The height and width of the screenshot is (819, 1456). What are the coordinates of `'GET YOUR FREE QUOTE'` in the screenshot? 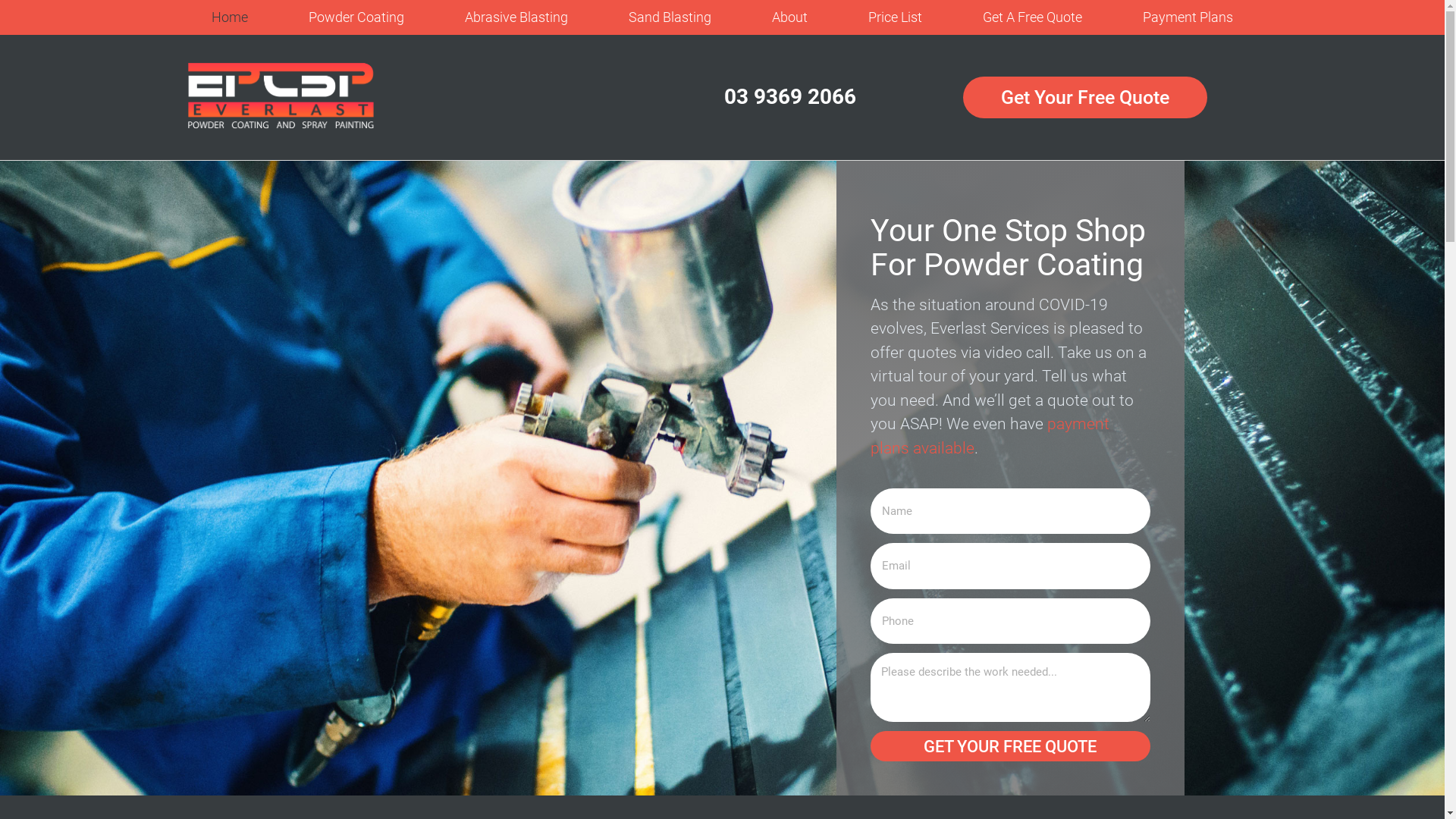 It's located at (1011, 745).